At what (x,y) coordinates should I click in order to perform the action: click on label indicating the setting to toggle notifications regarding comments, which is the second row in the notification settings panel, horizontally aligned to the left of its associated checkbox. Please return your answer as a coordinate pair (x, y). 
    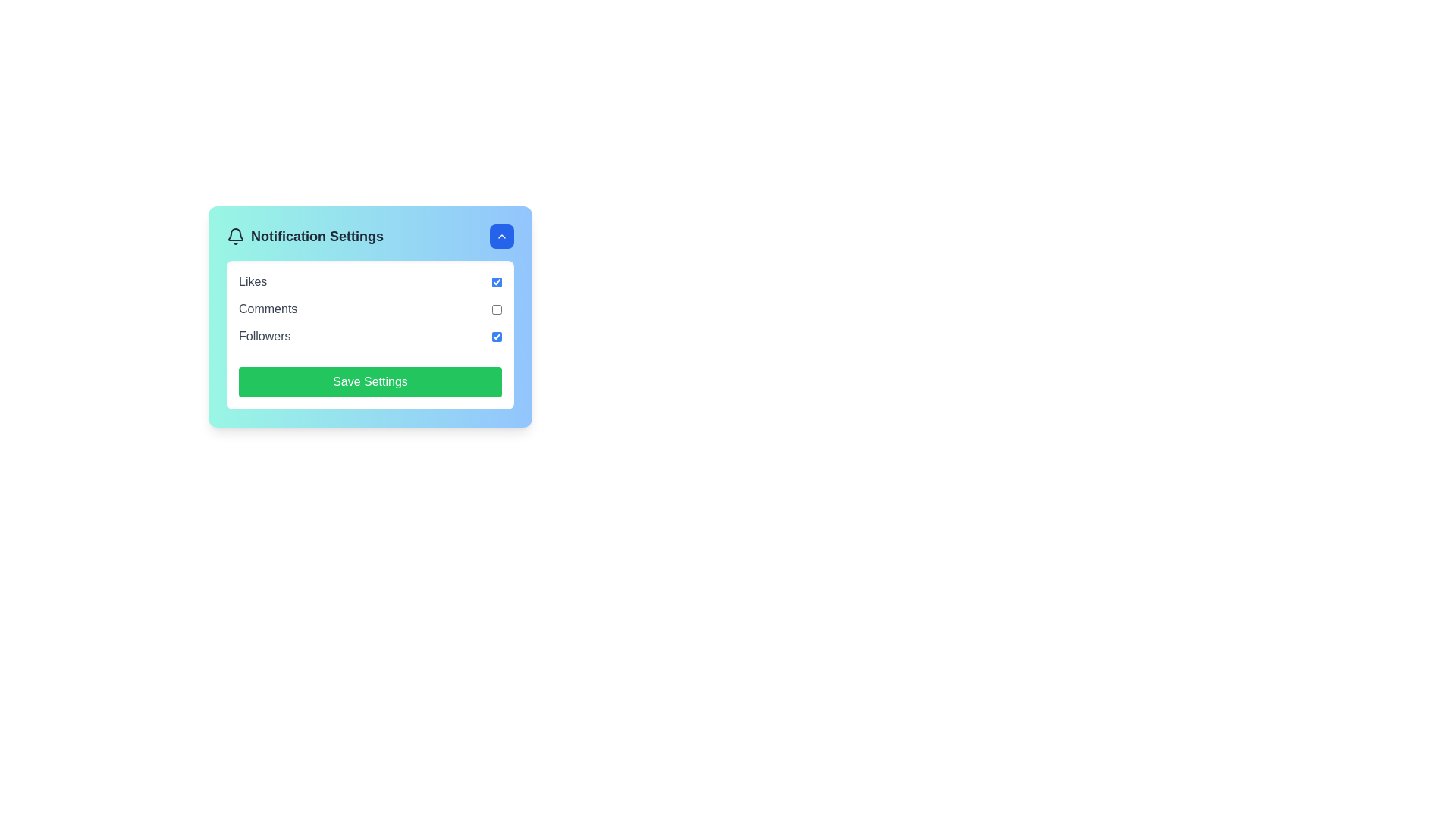
    Looking at the image, I should click on (268, 309).